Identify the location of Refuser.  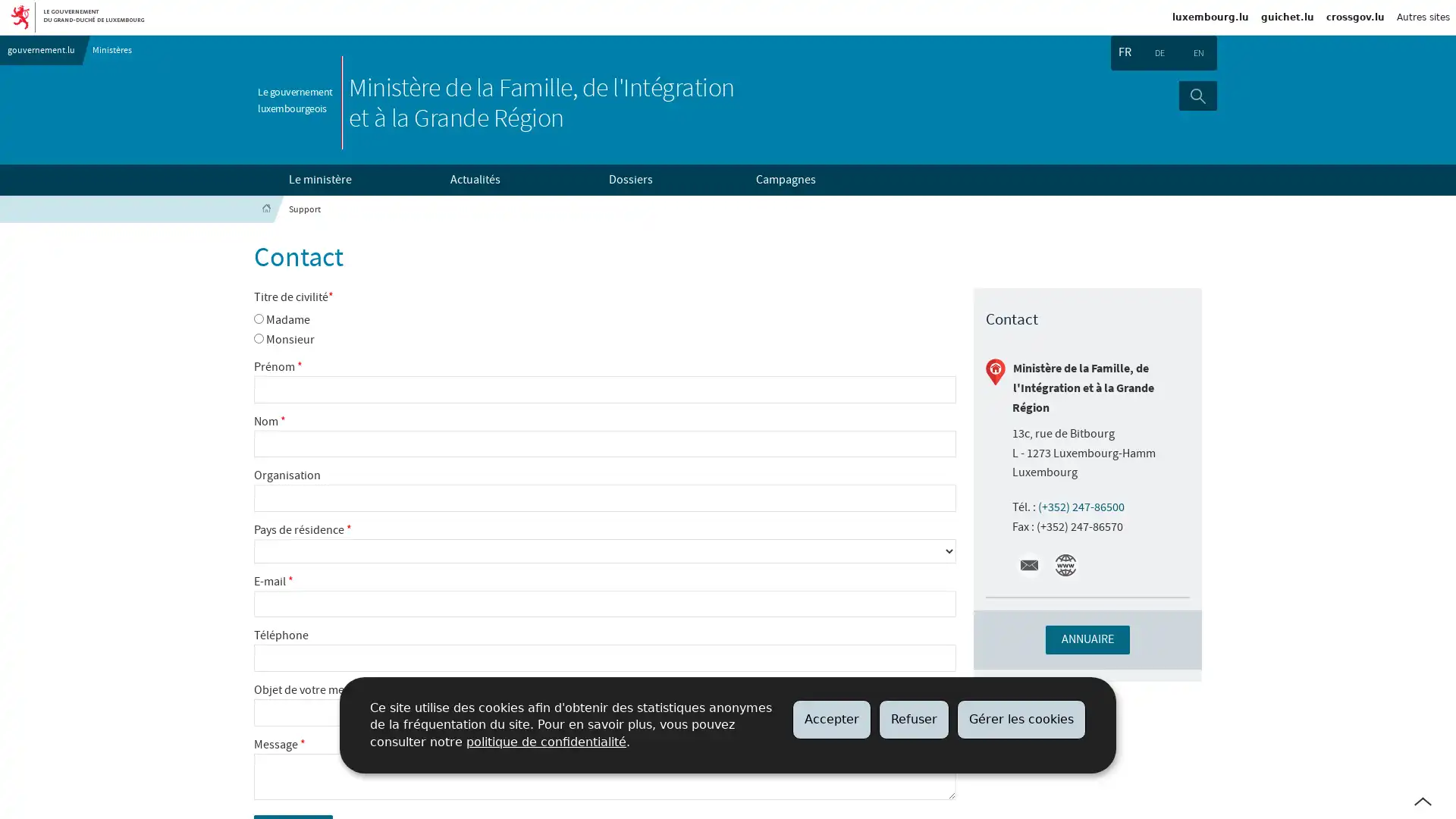
(913, 718).